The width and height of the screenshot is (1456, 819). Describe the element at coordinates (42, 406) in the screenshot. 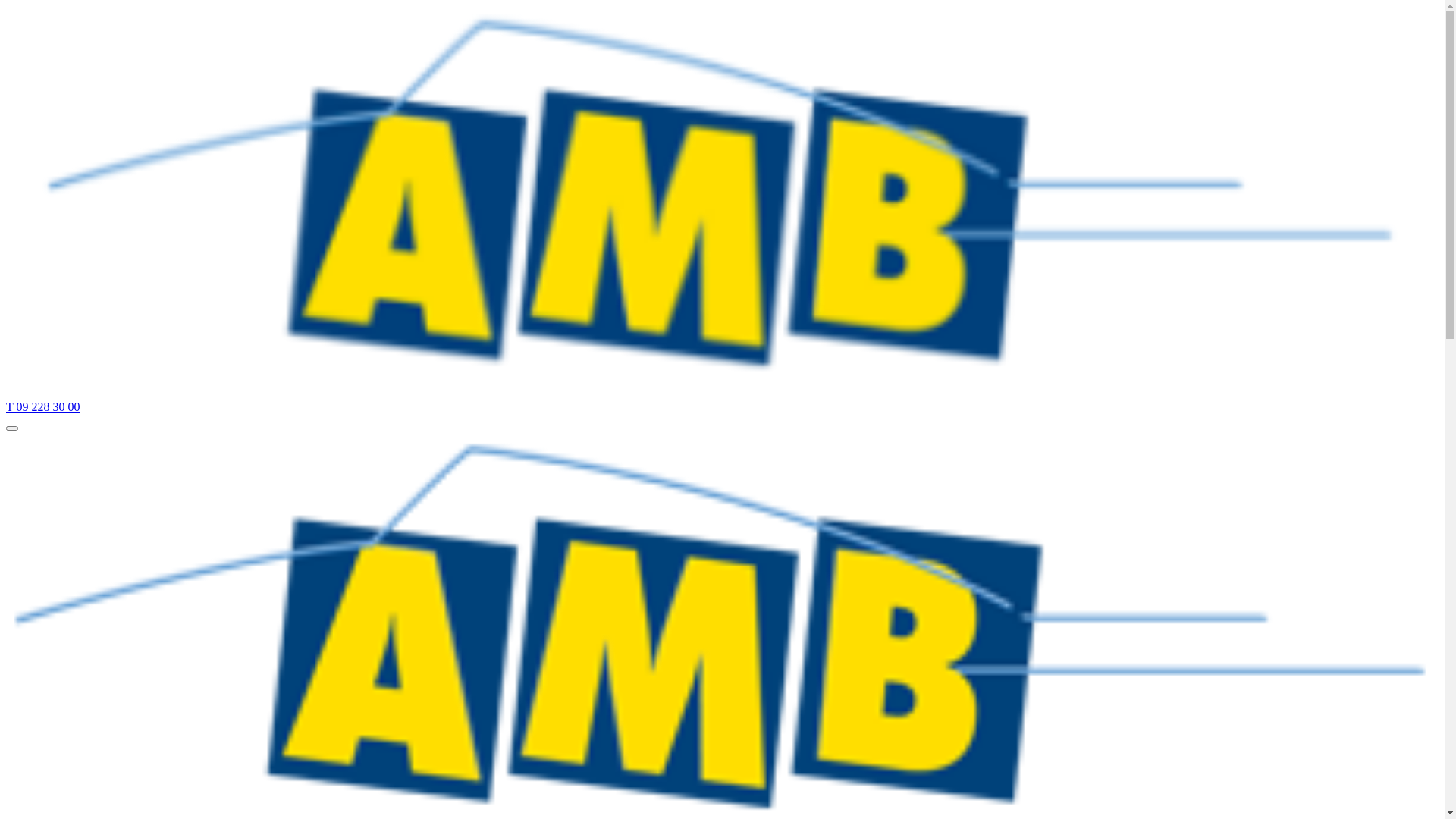

I see `'T 09 228 30 00'` at that location.